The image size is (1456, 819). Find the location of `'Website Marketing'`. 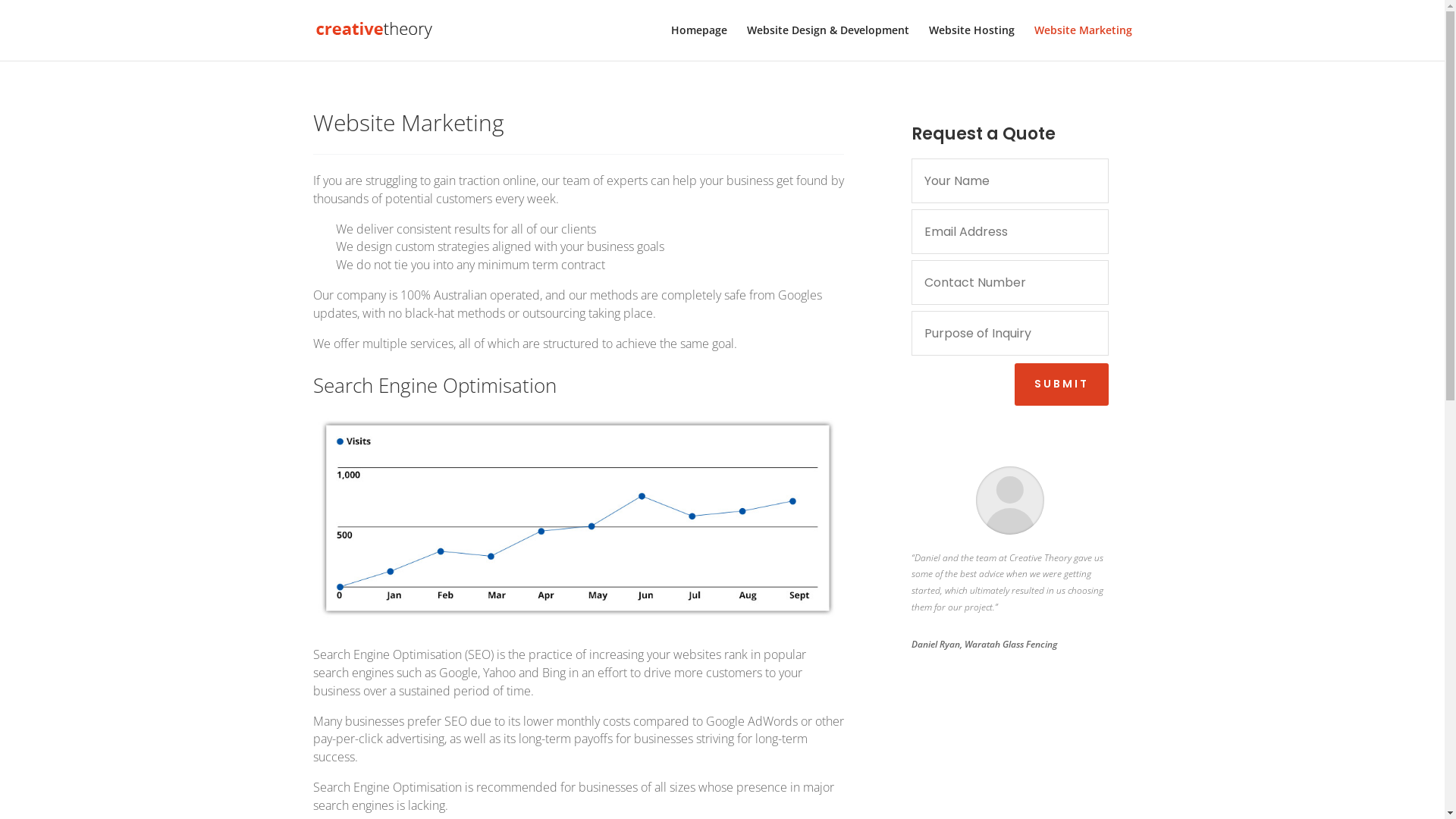

'Website Marketing' is located at coordinates (1082, 42).